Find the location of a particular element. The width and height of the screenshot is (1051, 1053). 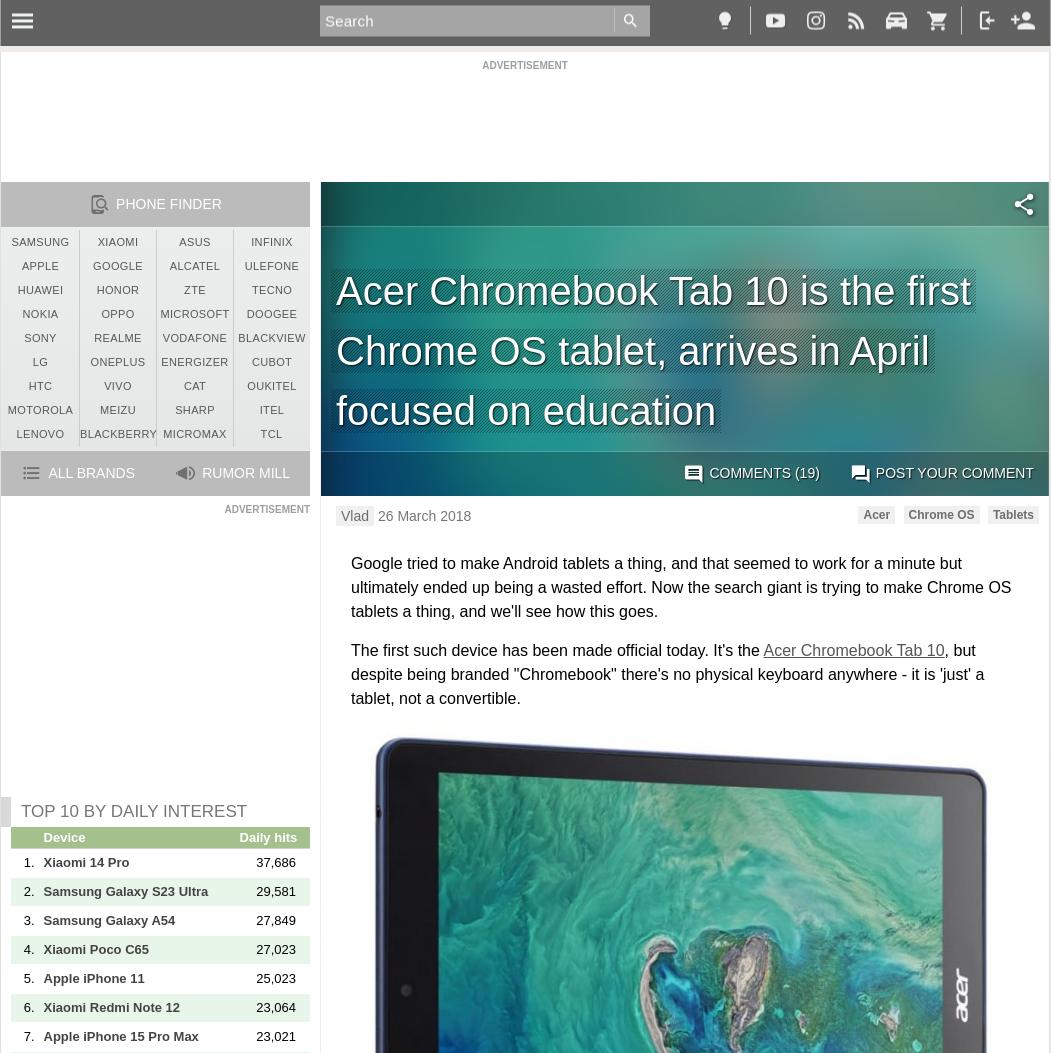

'Vlad' is located at coordinates (341, 515).